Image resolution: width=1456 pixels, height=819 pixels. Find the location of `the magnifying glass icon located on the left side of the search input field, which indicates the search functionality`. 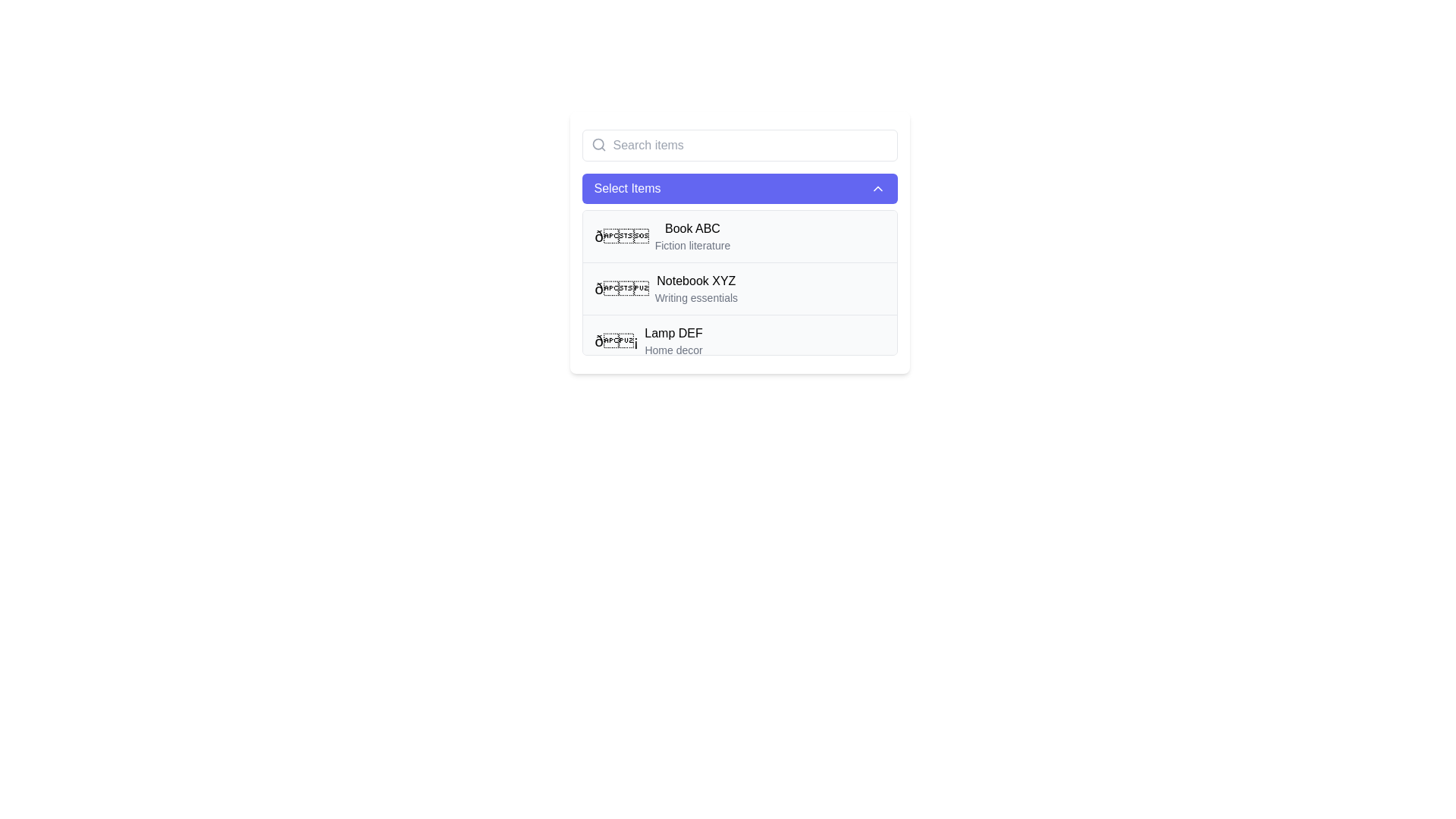

the magnifying glass icon located on the left side of the search input field, which indicates the search functionality is located at coordinates (598, 145).